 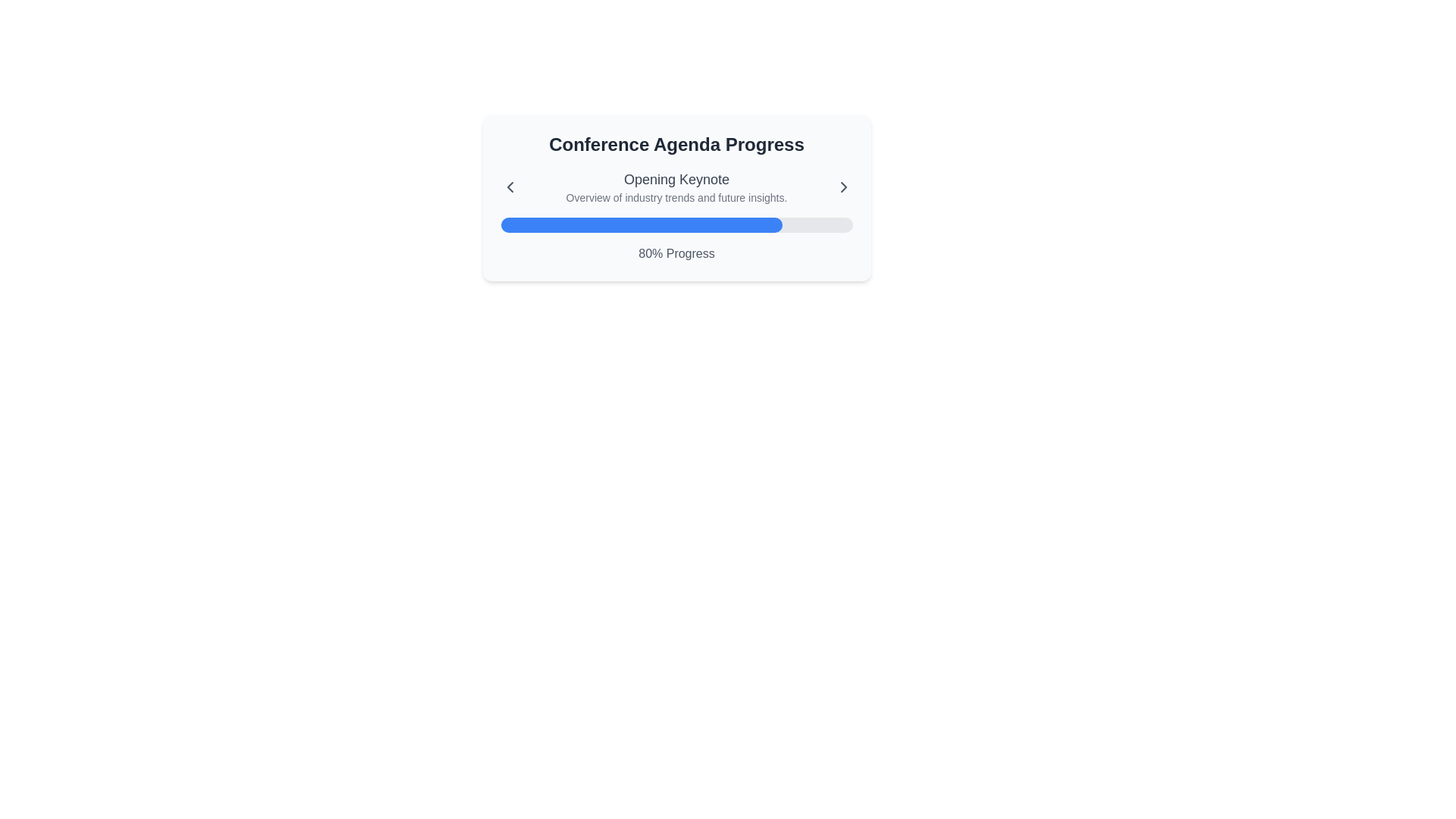 I want to click on information from the Information Panel titled 'Conference Agenda Progress' which includes the subtitle 'Opening Keynote' and the progress status of '80% Progress', so click(x=676, y=197).